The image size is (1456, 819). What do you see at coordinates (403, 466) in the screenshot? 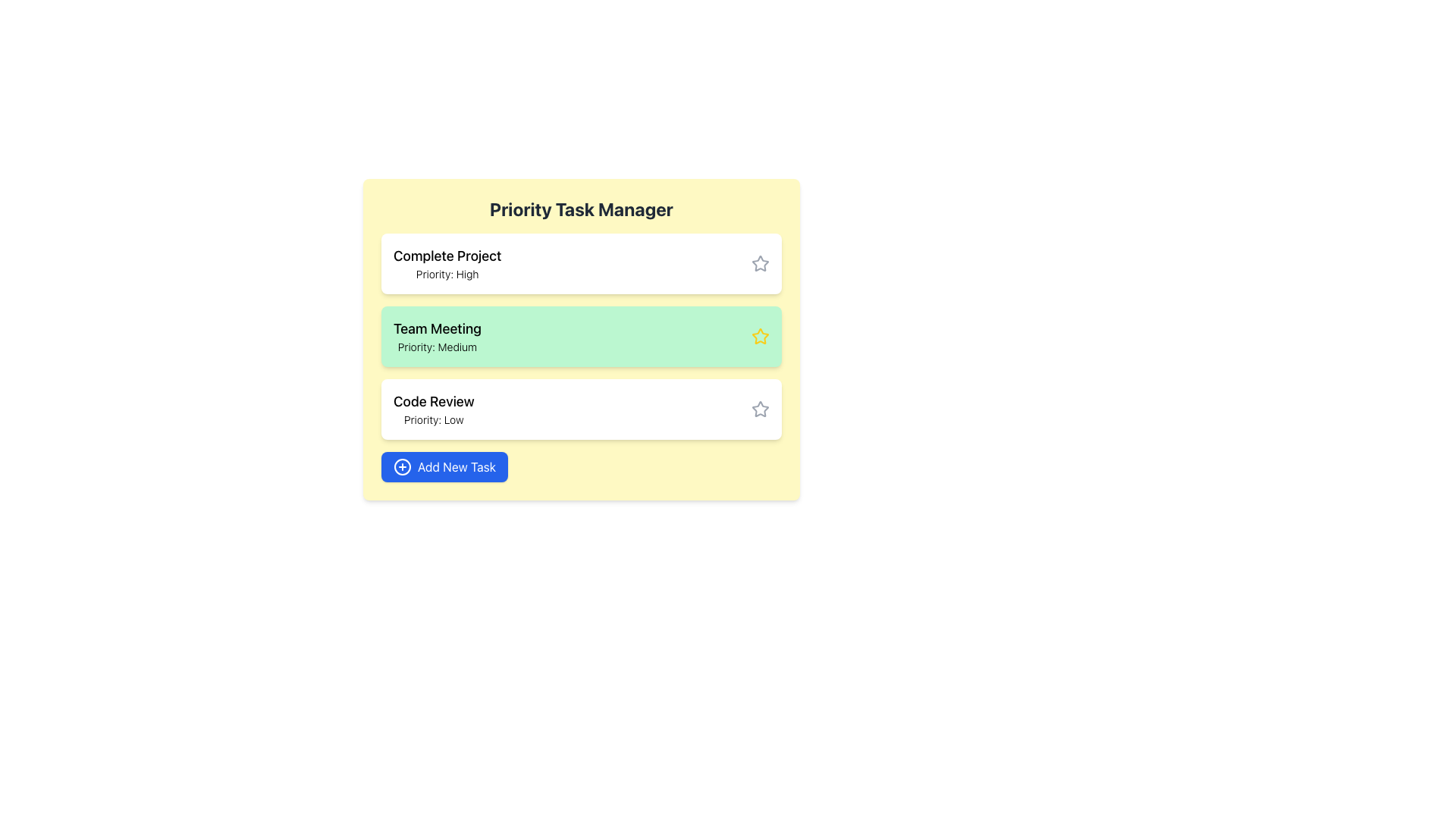
I see `the Decorative SVG Icon, which is a circular icon with a '+' symbol inside, featuring a blue background and white border, positioned to the left of the 'Add New Task' text in the button` at bounding box center [403, 466].